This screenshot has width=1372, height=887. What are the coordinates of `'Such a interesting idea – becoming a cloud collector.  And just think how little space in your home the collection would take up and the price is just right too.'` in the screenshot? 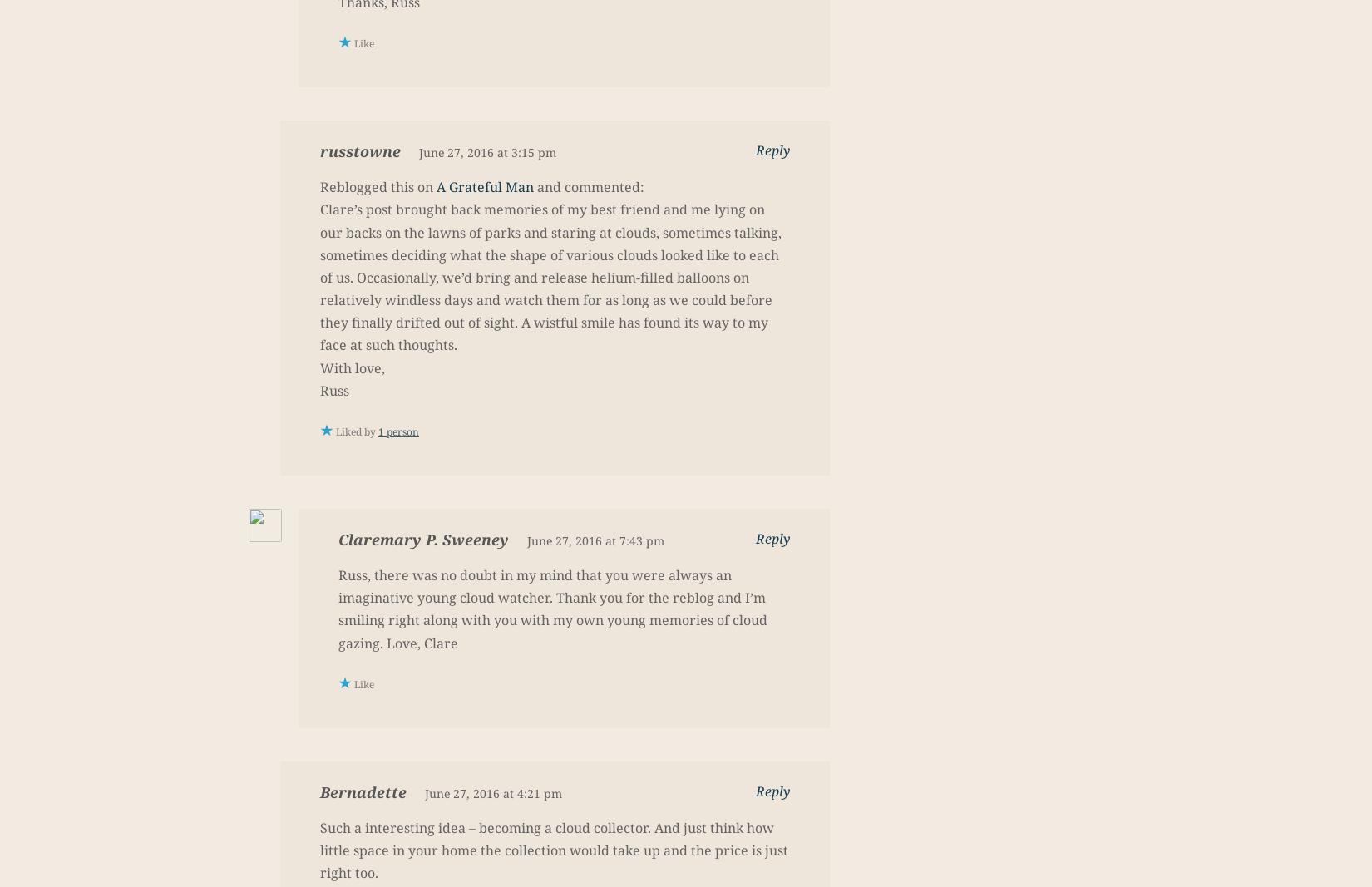 It's located at (553, 850).